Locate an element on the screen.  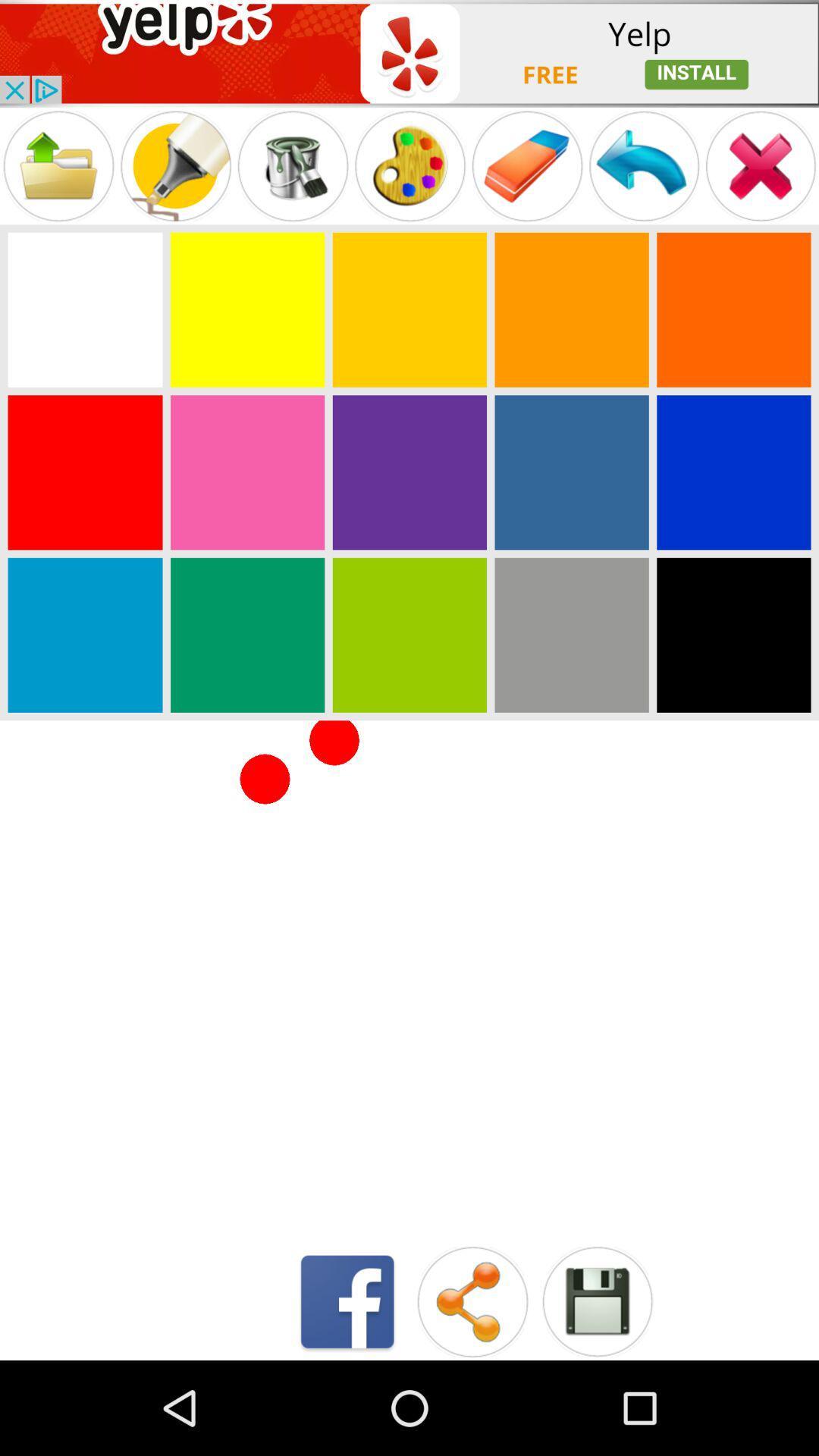
color is located at coordinates (85, 635).